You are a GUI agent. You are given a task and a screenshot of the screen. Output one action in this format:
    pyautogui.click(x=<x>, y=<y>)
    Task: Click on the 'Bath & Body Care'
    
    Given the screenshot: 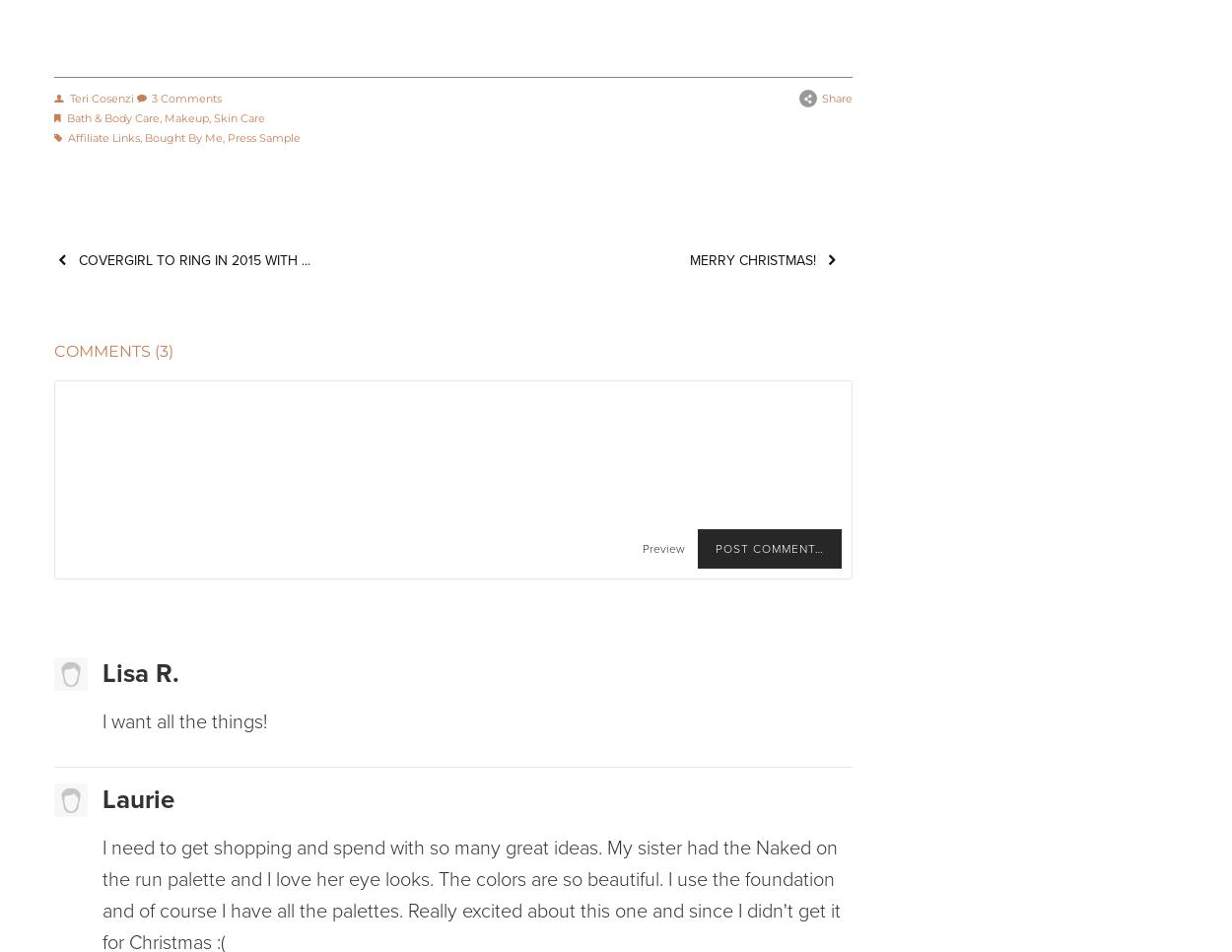 What is the action you would take?
    pyautogui.click(x=111, y=117)
    